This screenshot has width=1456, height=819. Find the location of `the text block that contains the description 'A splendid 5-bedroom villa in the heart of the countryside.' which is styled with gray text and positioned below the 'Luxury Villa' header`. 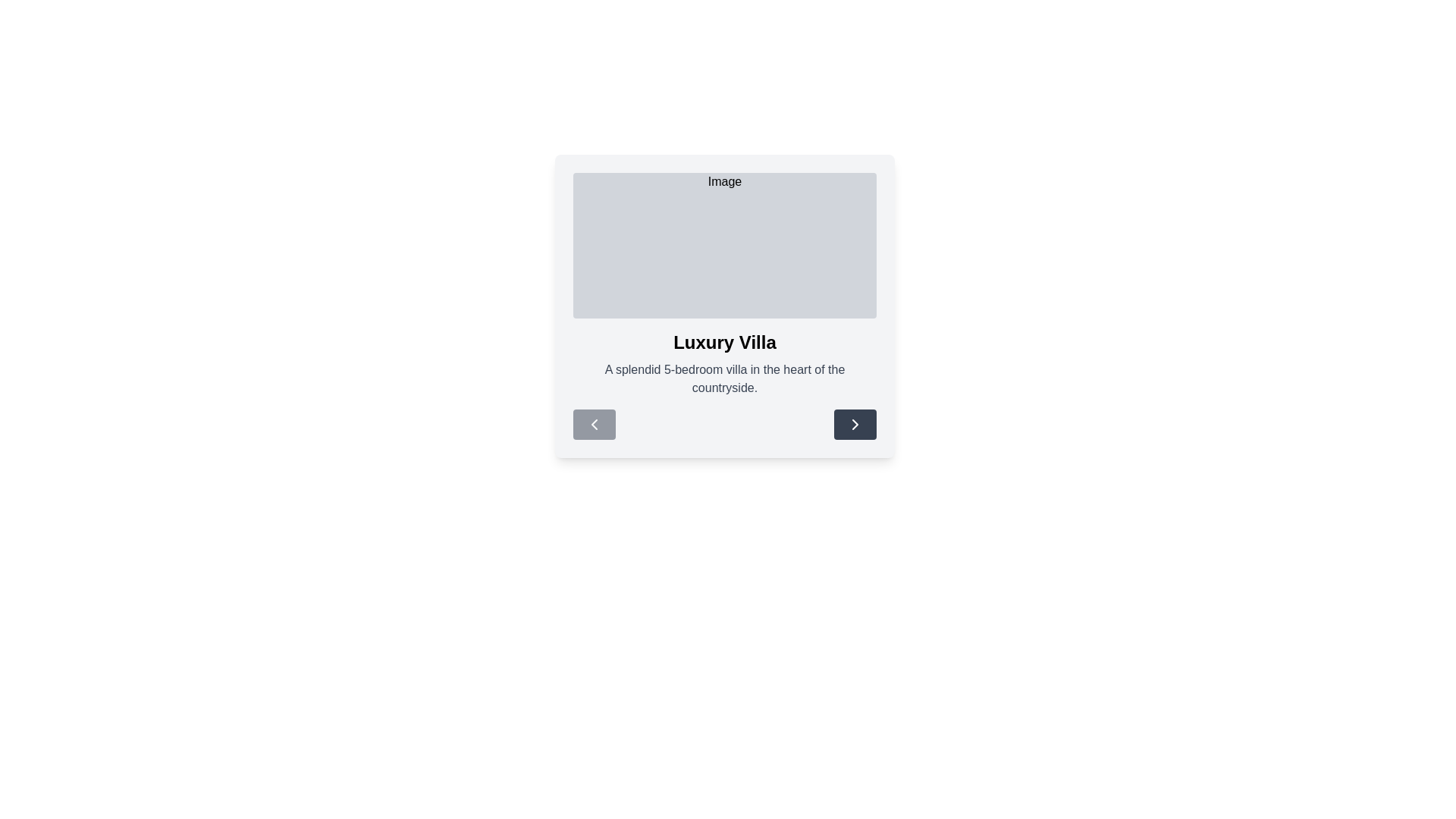

the text block that contains the description 'A splendid 5-bedroom villa in the heart of the countryside.' which is styled with gray text and positioned below the 'Luxury Villa' header is located at coordinates (723, 378).